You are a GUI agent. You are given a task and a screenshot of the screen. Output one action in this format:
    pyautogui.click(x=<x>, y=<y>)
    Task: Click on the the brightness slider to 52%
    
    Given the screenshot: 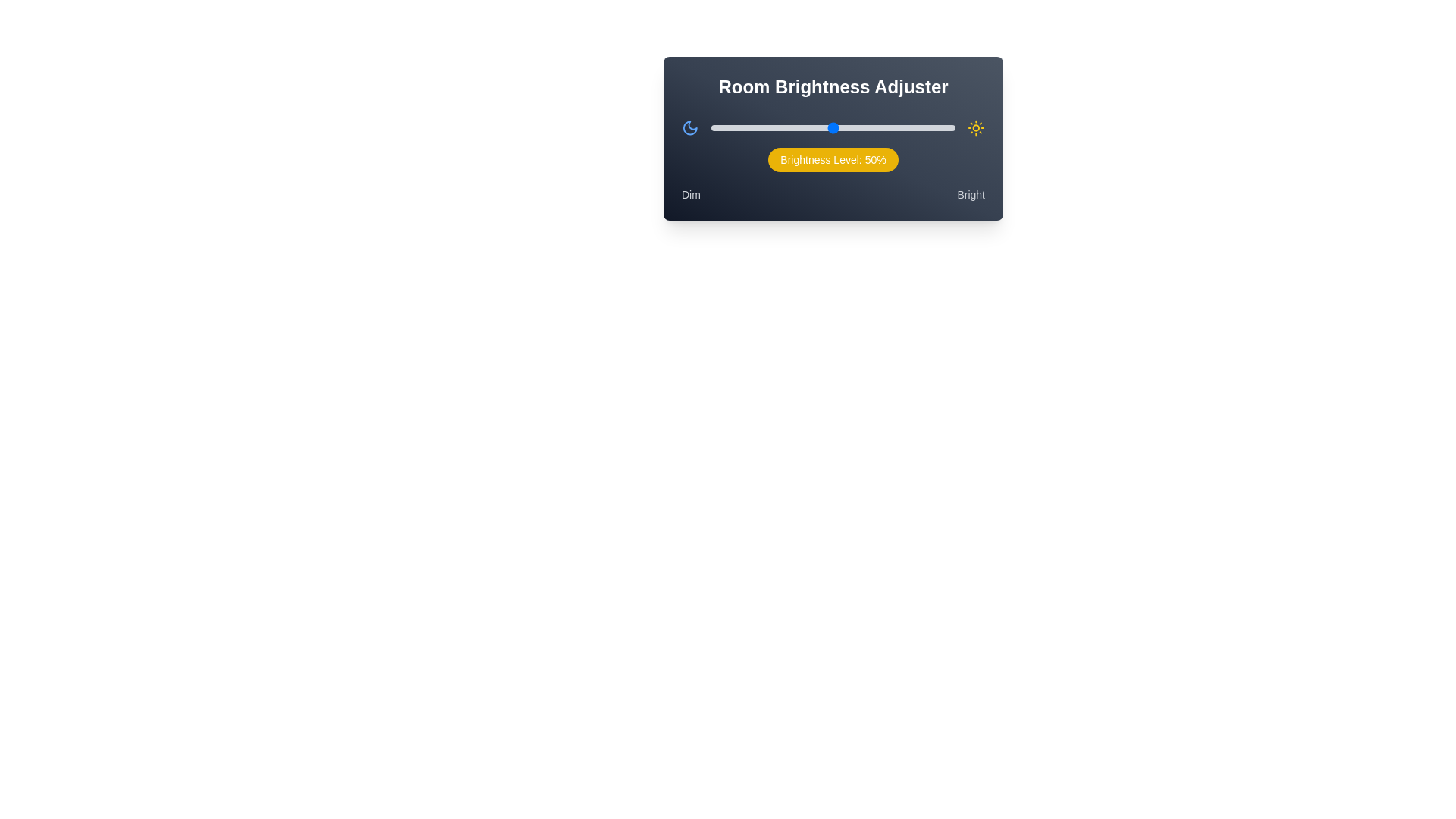 What is the action you would take?
    pyautogui.click(x=837, y=127)
    